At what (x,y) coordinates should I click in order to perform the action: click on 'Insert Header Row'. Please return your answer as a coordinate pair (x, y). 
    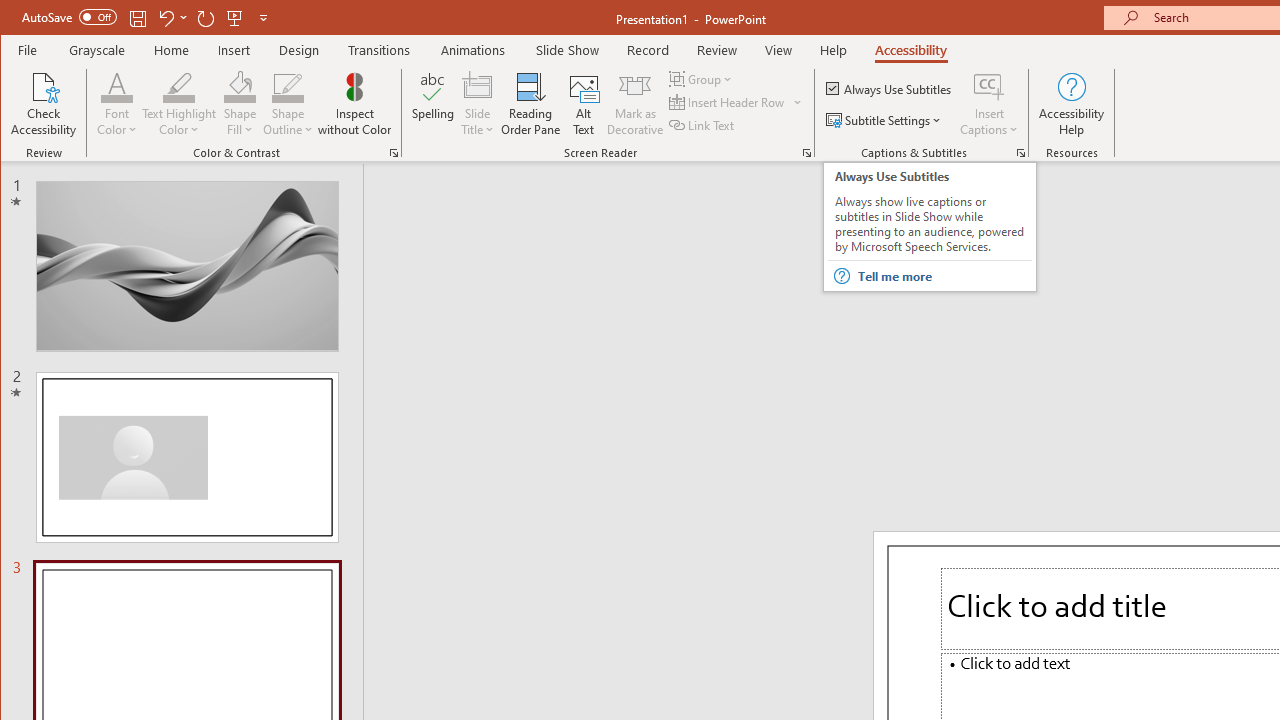
    Looking at the image, I should click on (735, 102).